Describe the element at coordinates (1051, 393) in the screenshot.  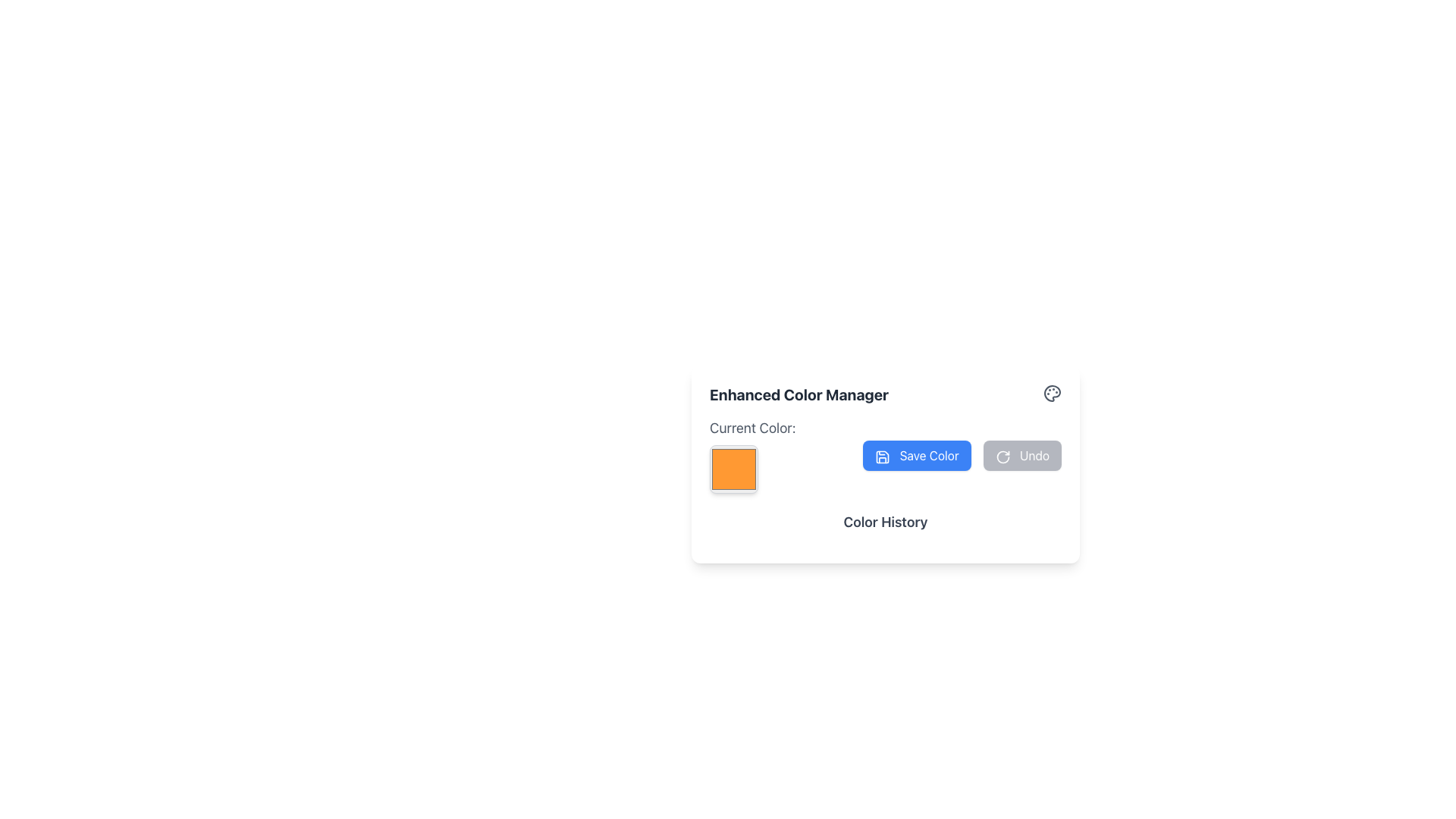
I see `the decorative icon representing color-related functionality, located at the top-right corner of the 'Enhanced Color Manager' header` at that location.